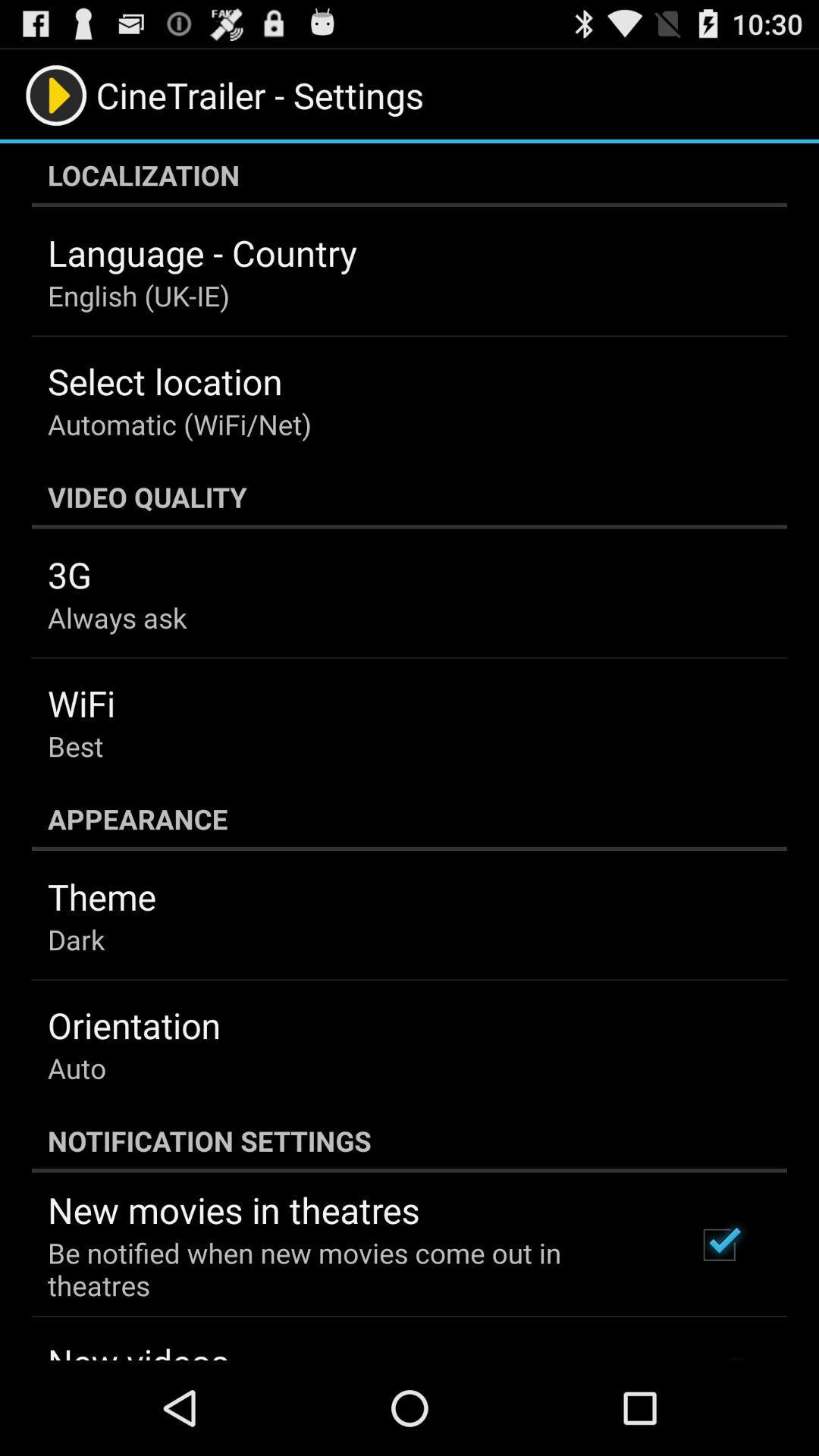 The height and width of the screenshot is (1456, 819). I want to click on the theme item, so click(102, 896).